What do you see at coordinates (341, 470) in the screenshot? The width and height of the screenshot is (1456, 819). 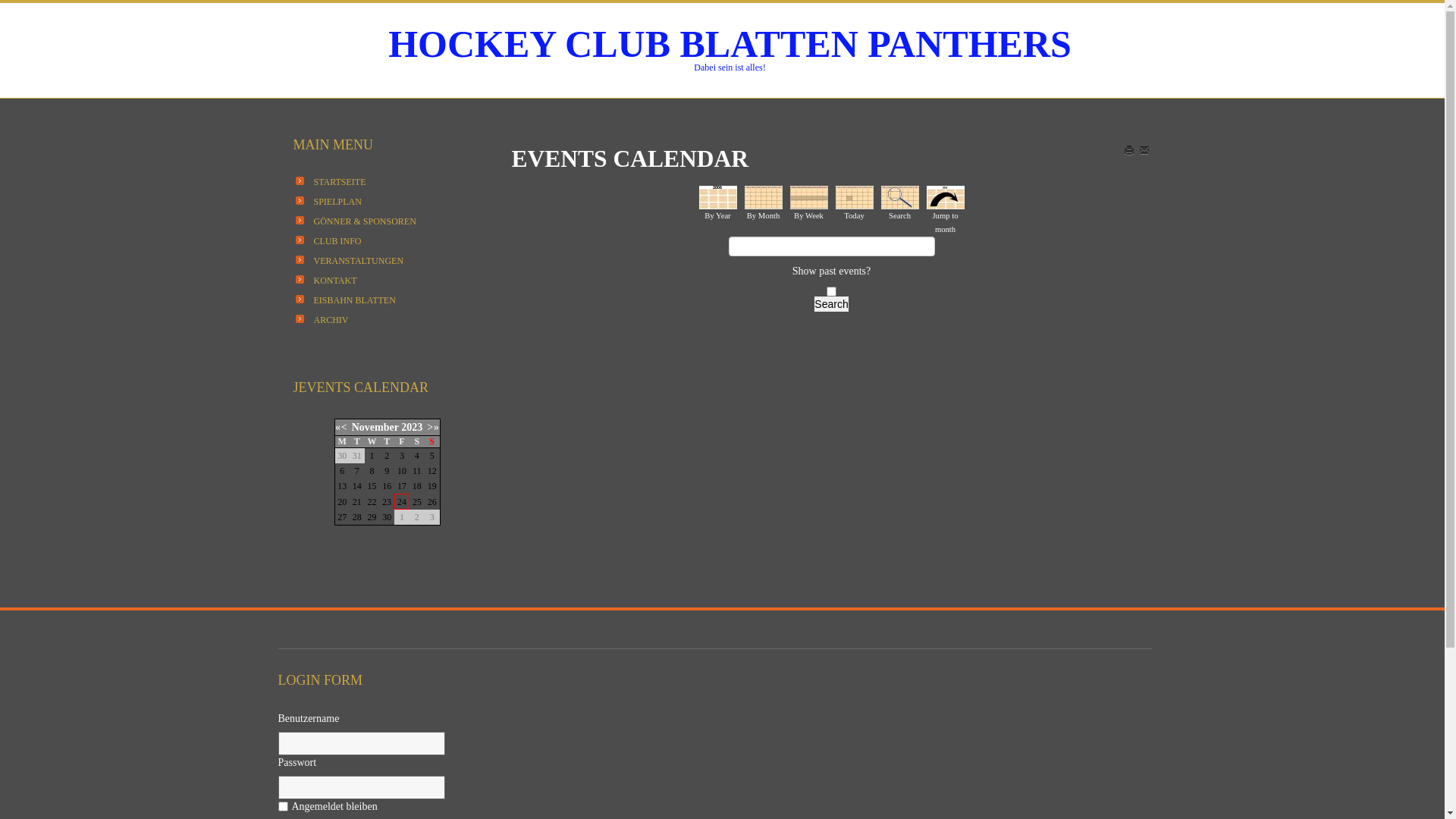 I see `'6'` at bounding box center [341, 470].